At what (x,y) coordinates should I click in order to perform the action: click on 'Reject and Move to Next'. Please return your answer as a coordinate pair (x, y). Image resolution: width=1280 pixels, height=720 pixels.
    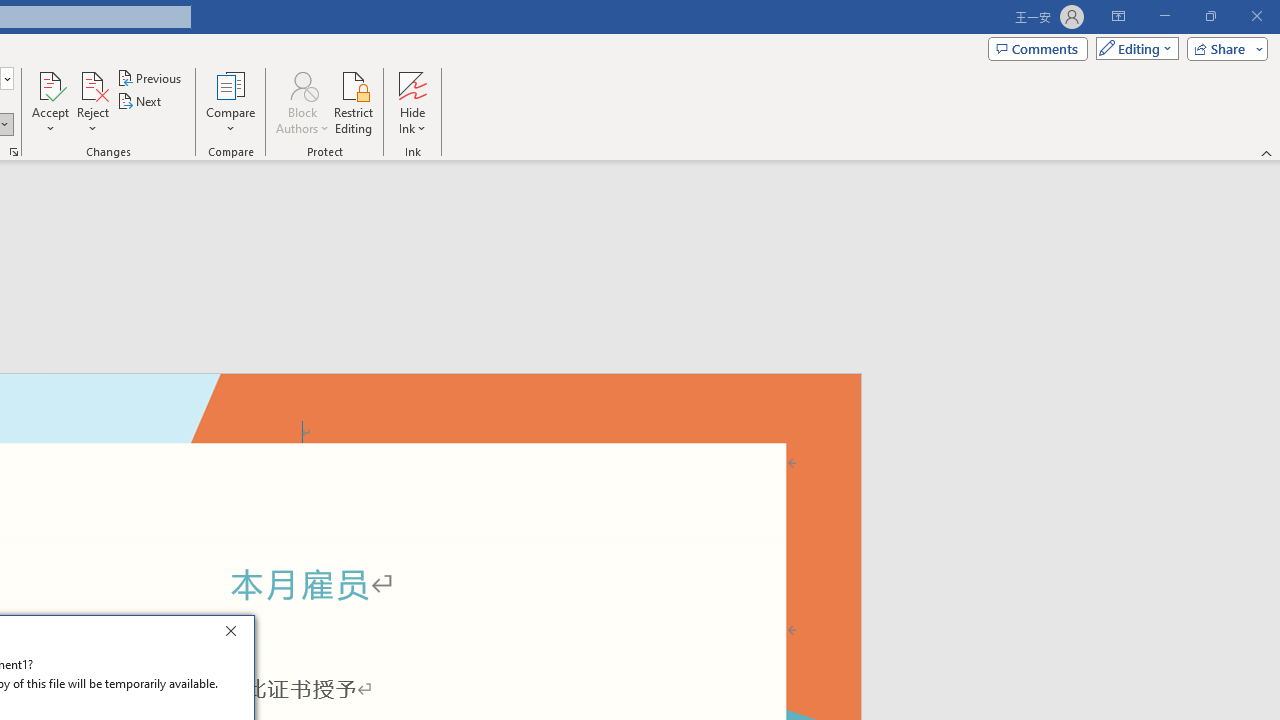
    Looking at the image, I should click on (91, 84).